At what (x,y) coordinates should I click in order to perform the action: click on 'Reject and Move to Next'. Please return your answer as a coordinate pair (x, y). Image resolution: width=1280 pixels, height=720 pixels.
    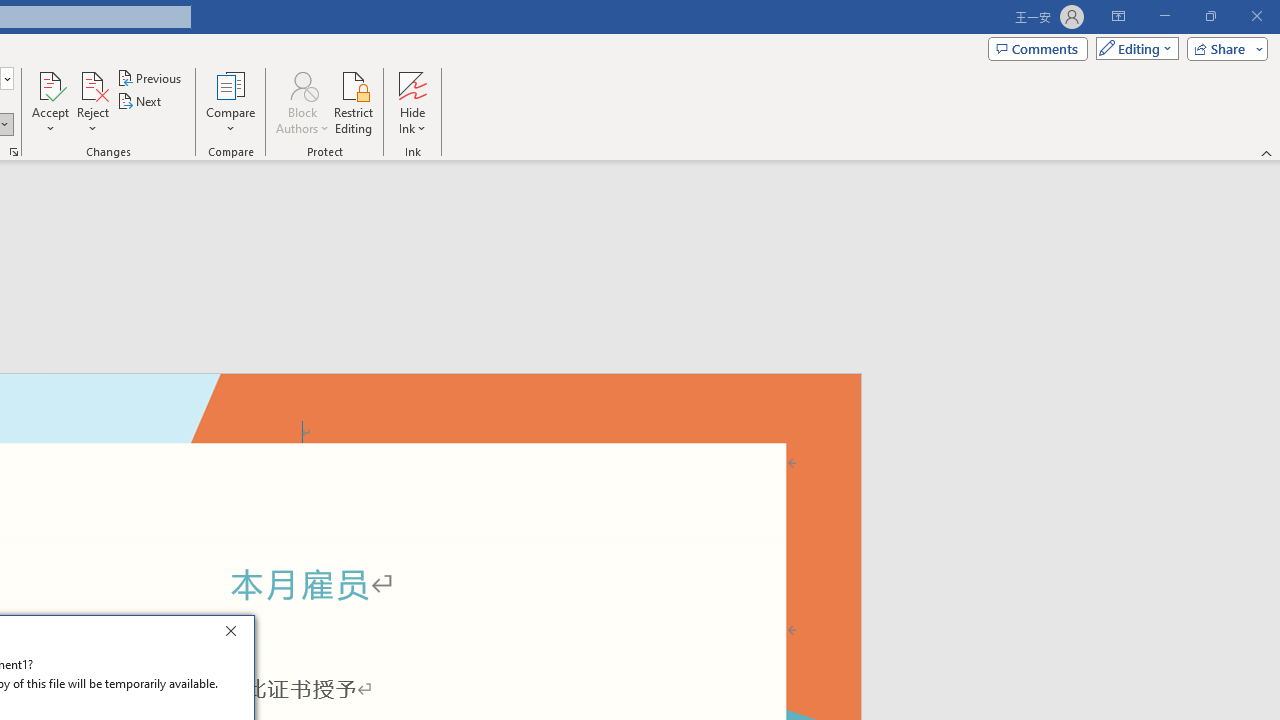
    Looking at the image, I should click on (91, 84).